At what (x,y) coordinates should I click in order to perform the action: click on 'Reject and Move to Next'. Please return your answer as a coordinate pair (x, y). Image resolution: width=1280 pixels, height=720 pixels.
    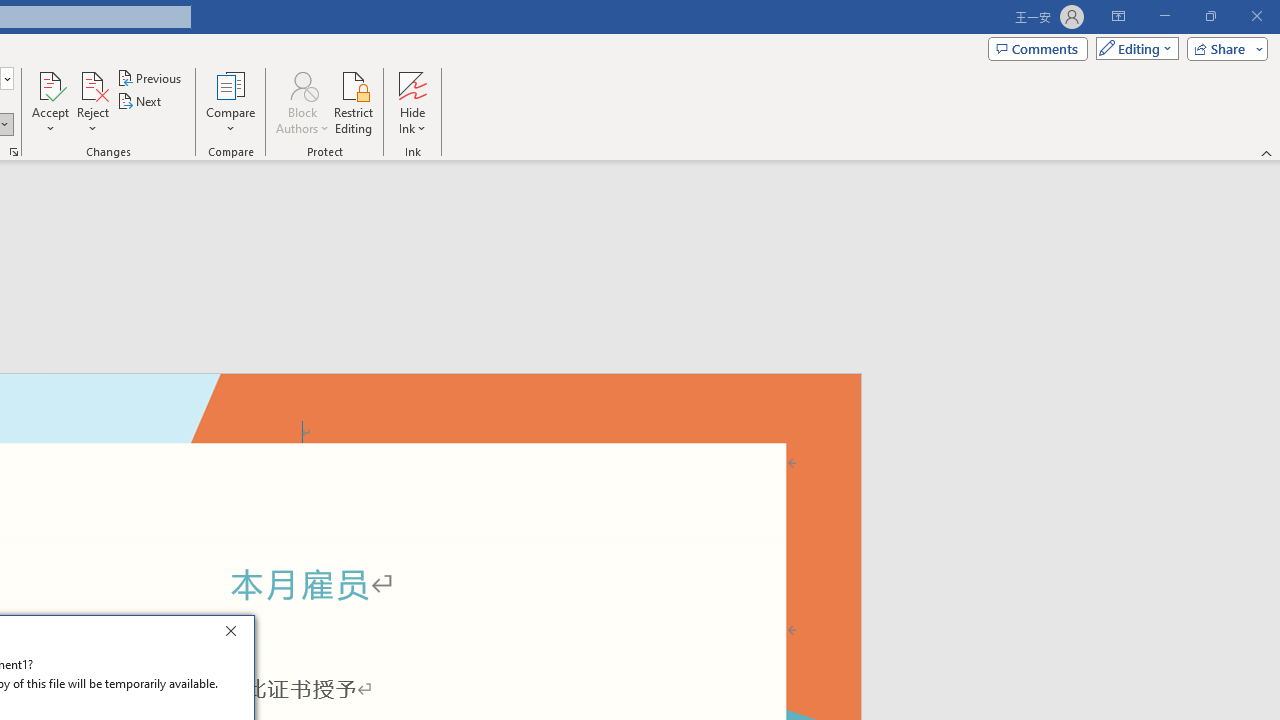
    Looking at the image, I should click on (91, 84).